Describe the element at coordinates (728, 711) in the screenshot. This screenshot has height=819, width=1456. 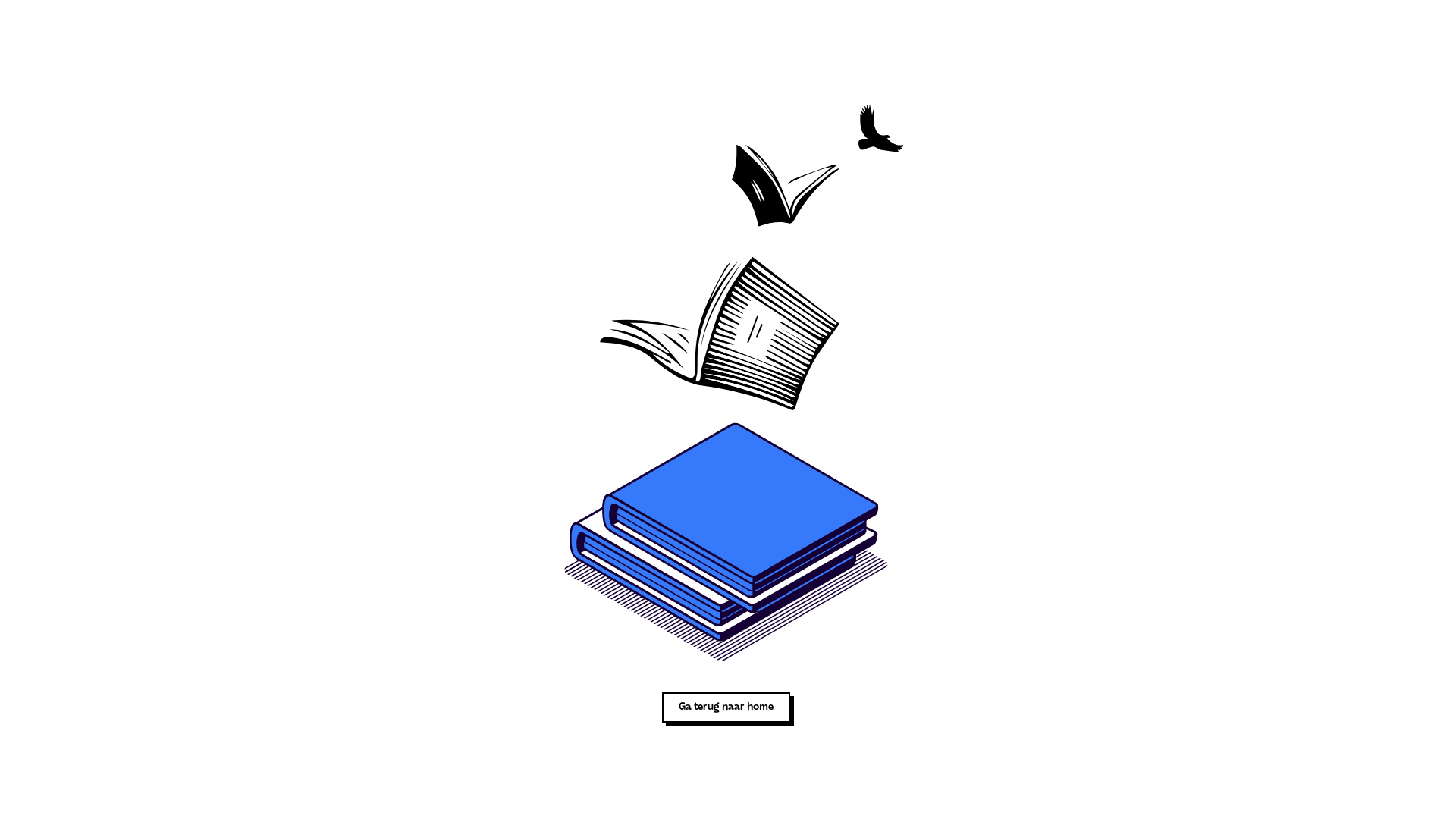
I see `'Ga terug naar home` at that location.